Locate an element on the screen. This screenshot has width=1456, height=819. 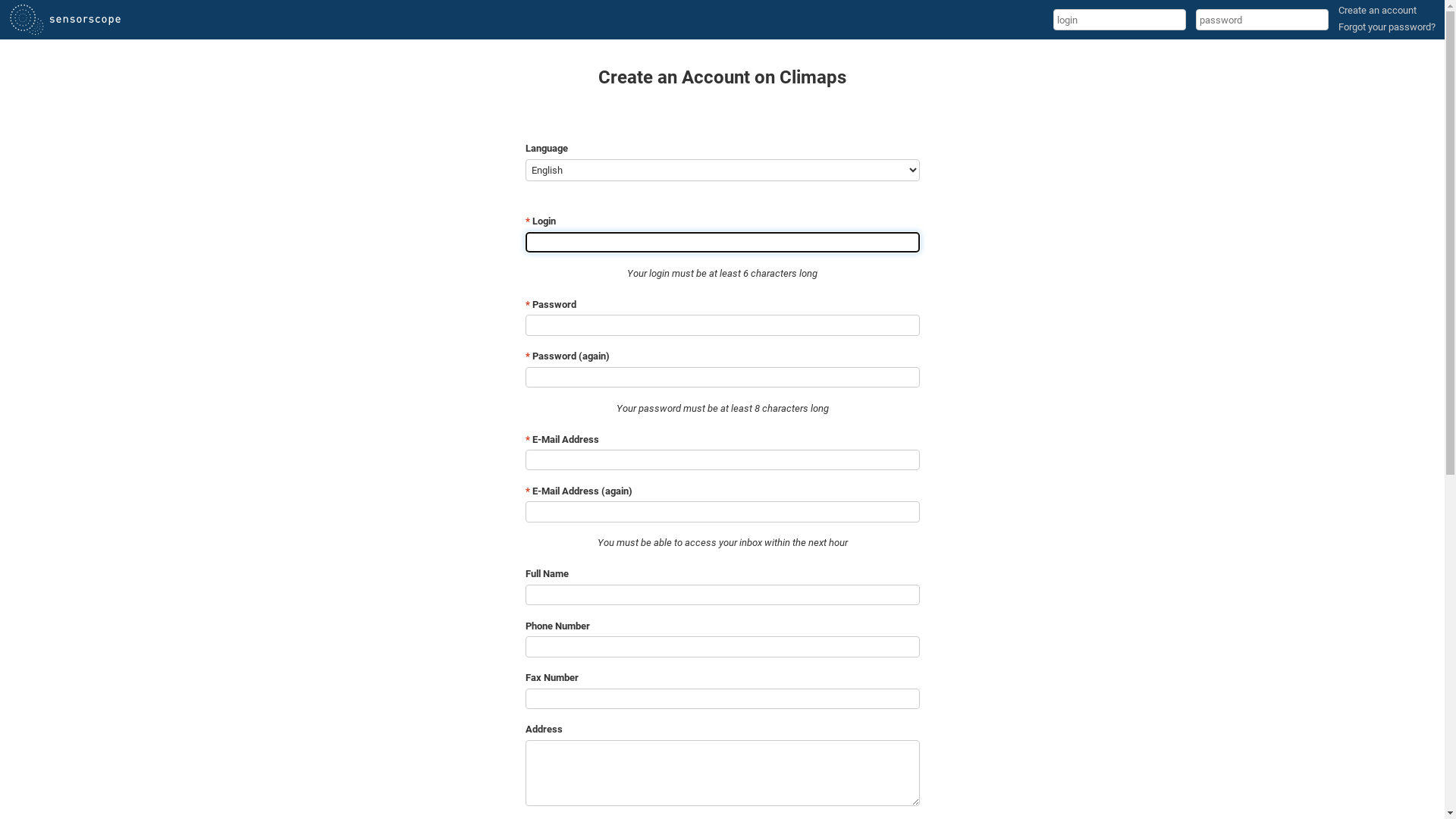
'Create an account' is located at coordinates (1377, 10).